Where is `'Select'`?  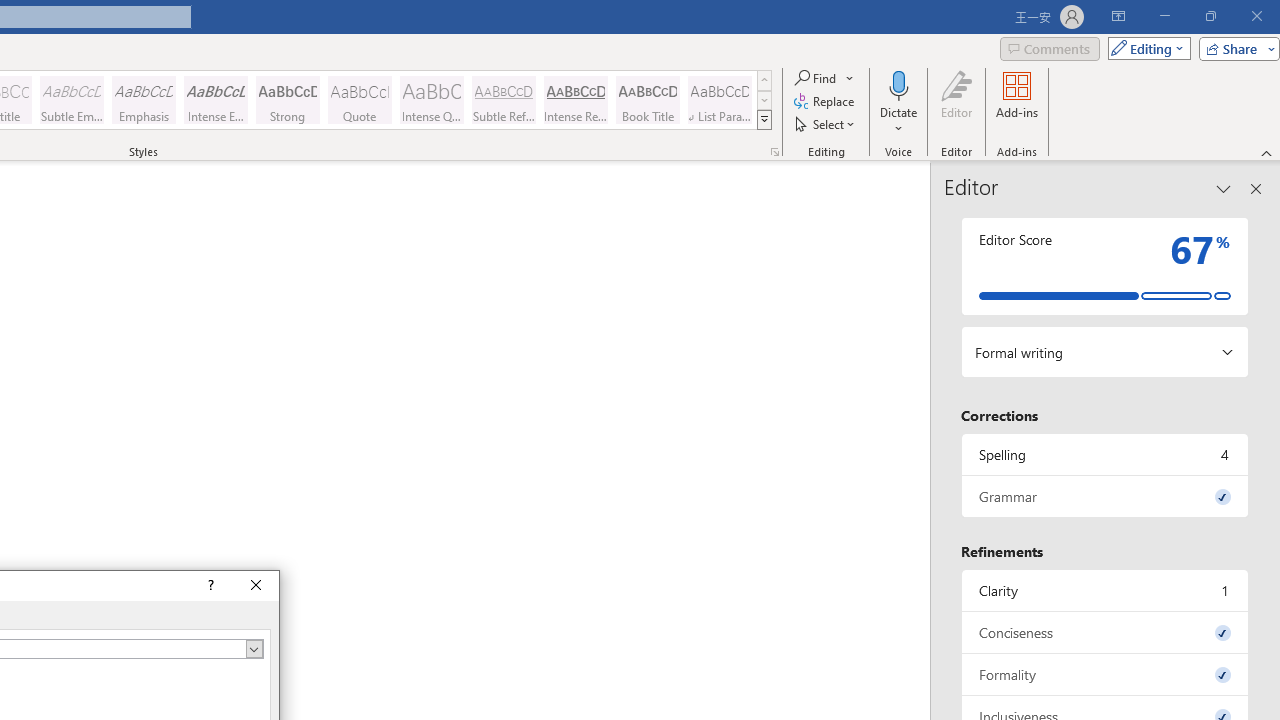
'Select' is located at coordinates (826, 124).